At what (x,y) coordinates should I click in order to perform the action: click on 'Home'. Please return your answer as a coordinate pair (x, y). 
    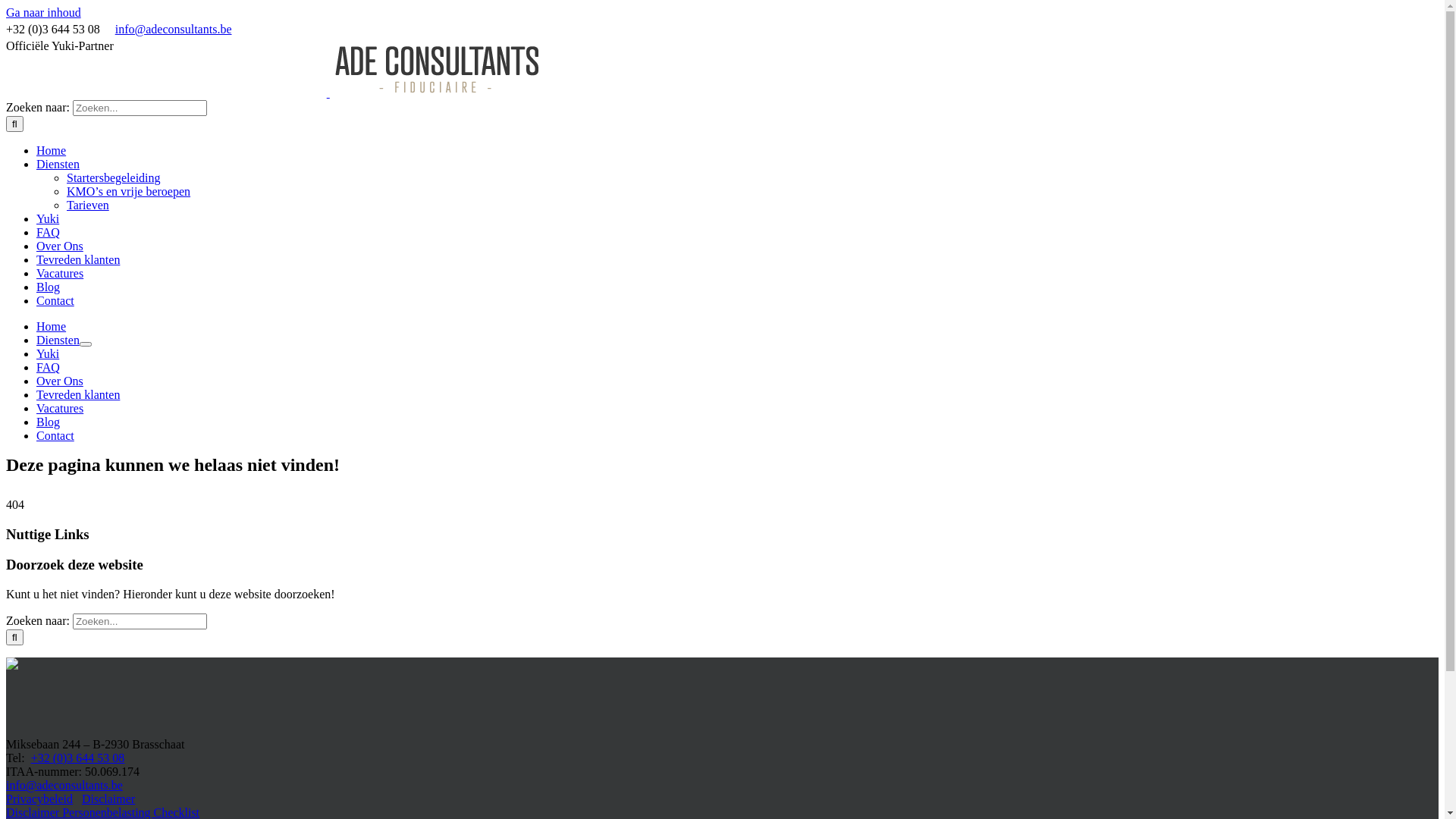
    Looking at the image, I should click on (51, 150).